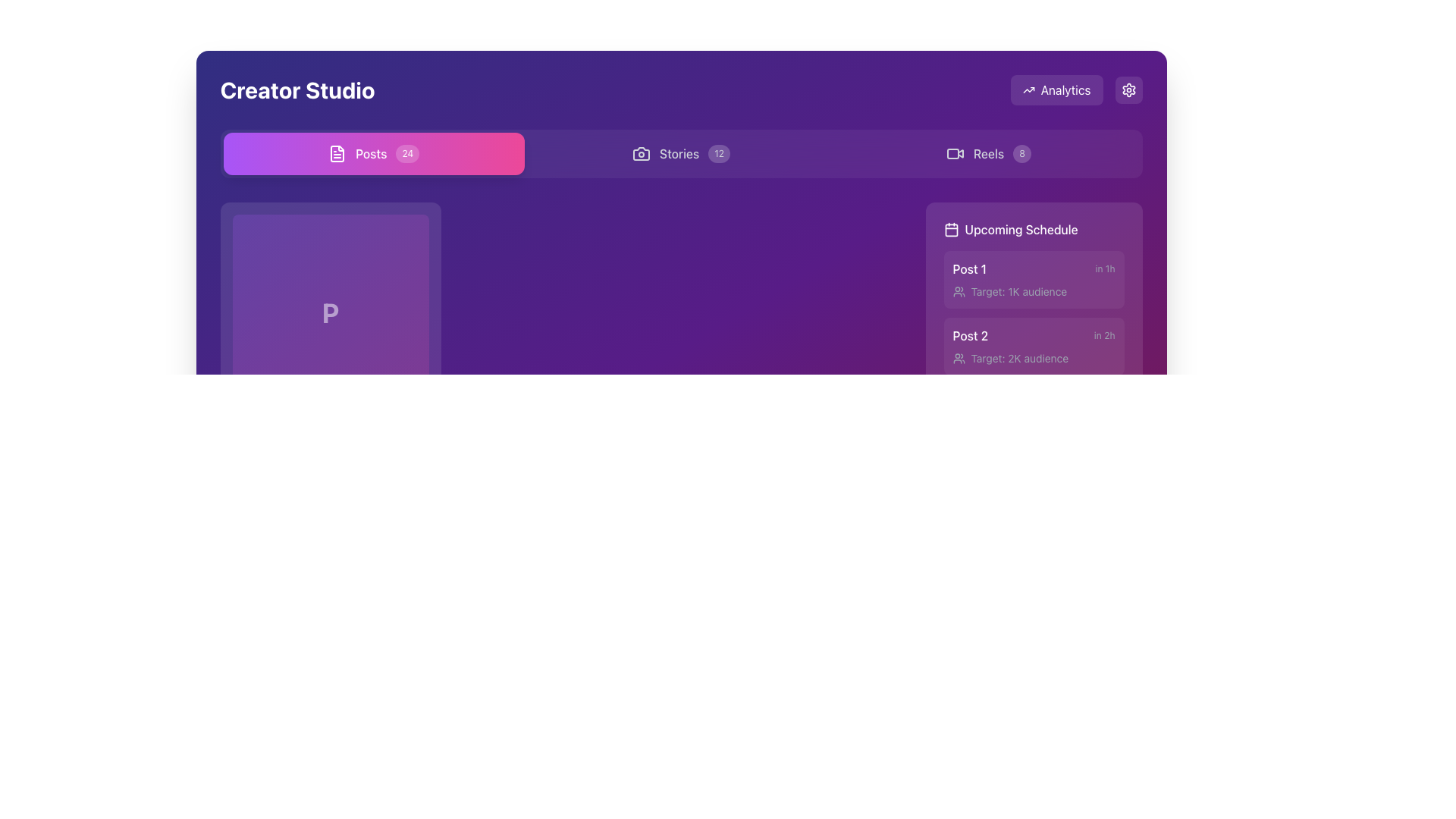  What do you see at coordinates (1033, 346) in the screenshot?
I see `details of the schedule for the List item labeled 'Post 2' located in the 'Upcoming Schedule' section, which has a purple gradient background and displays a target audience of '2K audience'` at bounding box center [1033, 346].